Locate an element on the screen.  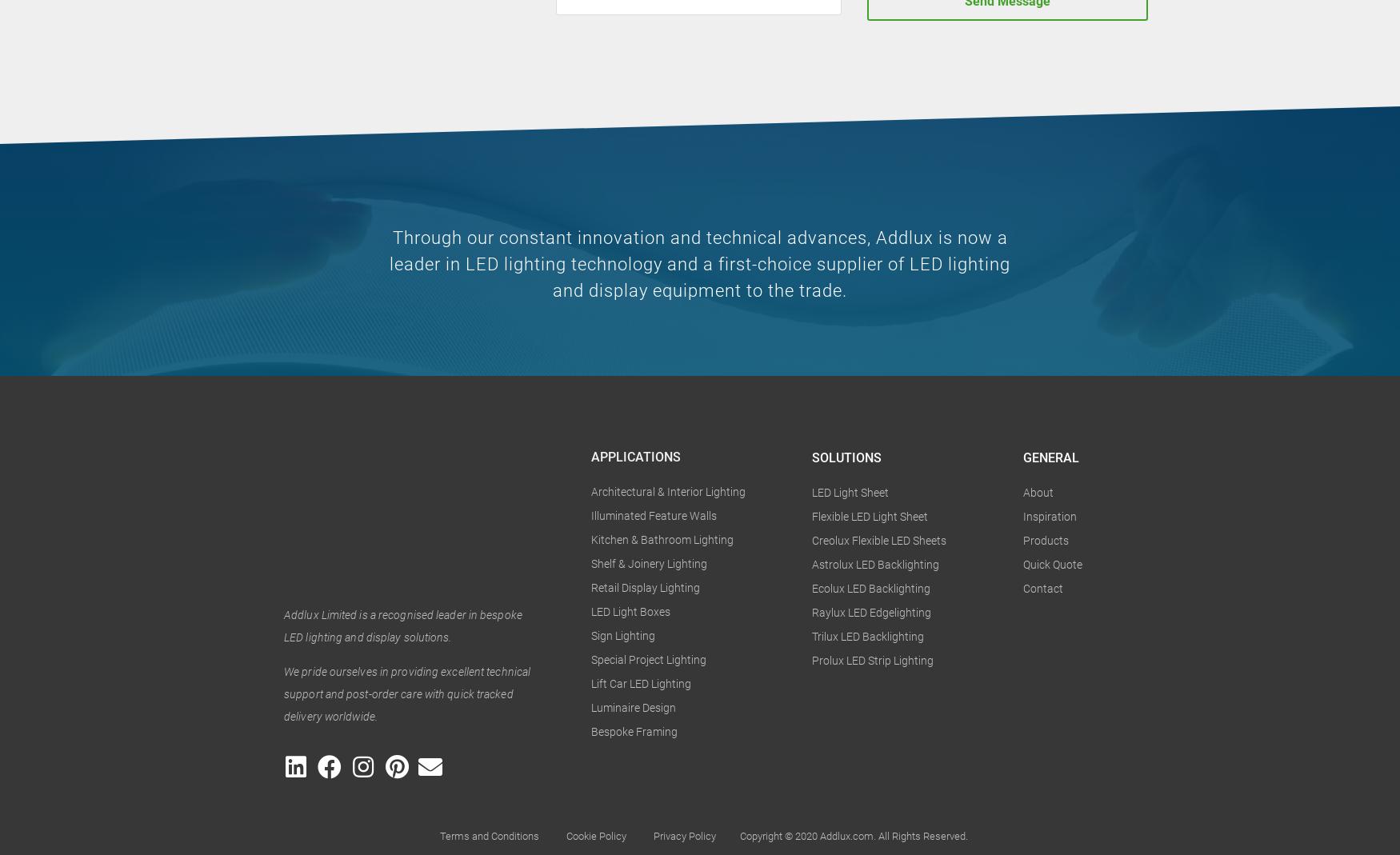
'Inspiration' is located at coordinates (1048, 515).